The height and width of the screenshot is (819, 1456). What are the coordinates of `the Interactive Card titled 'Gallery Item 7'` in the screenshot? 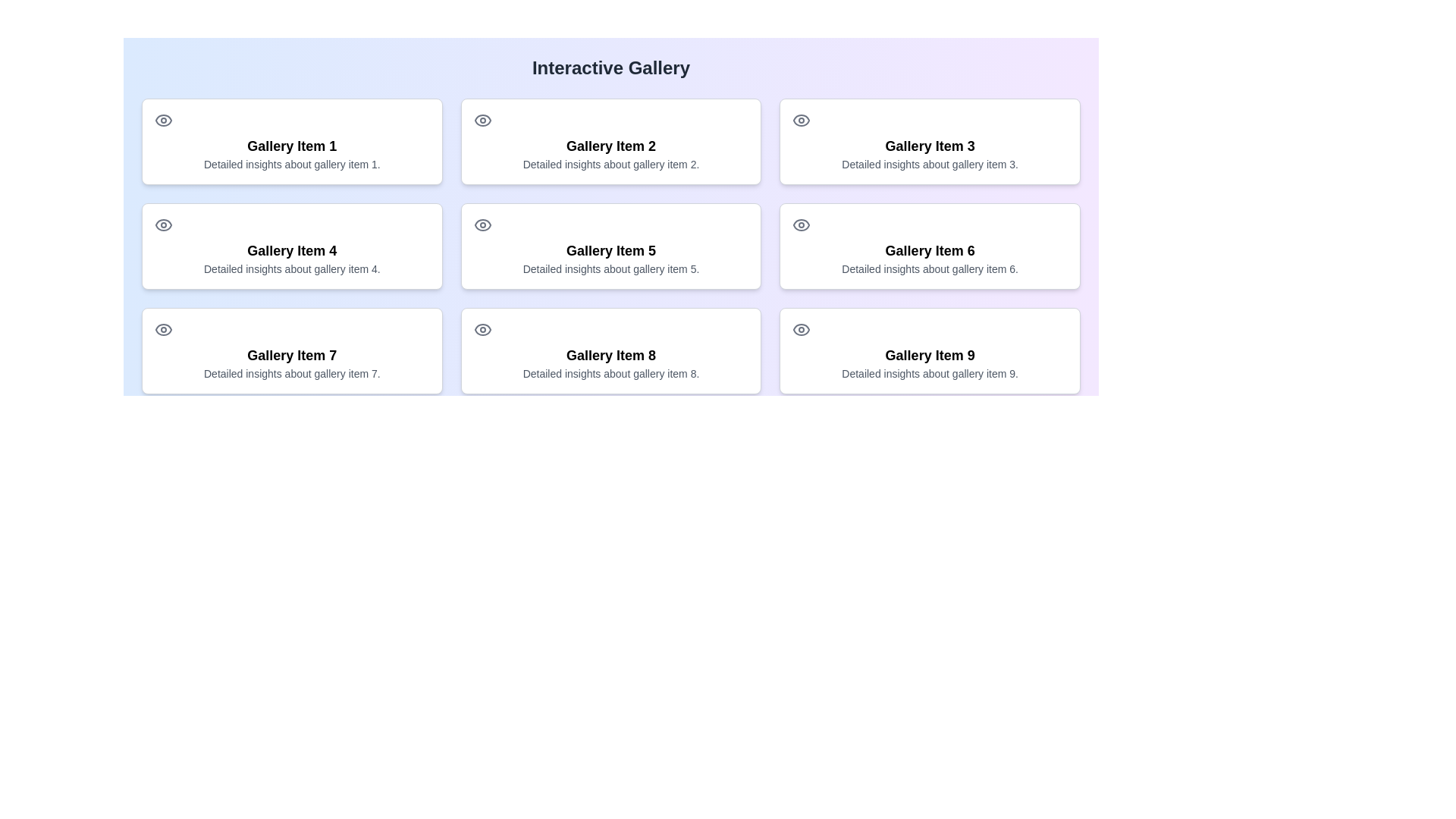 It's located at (292, 350).